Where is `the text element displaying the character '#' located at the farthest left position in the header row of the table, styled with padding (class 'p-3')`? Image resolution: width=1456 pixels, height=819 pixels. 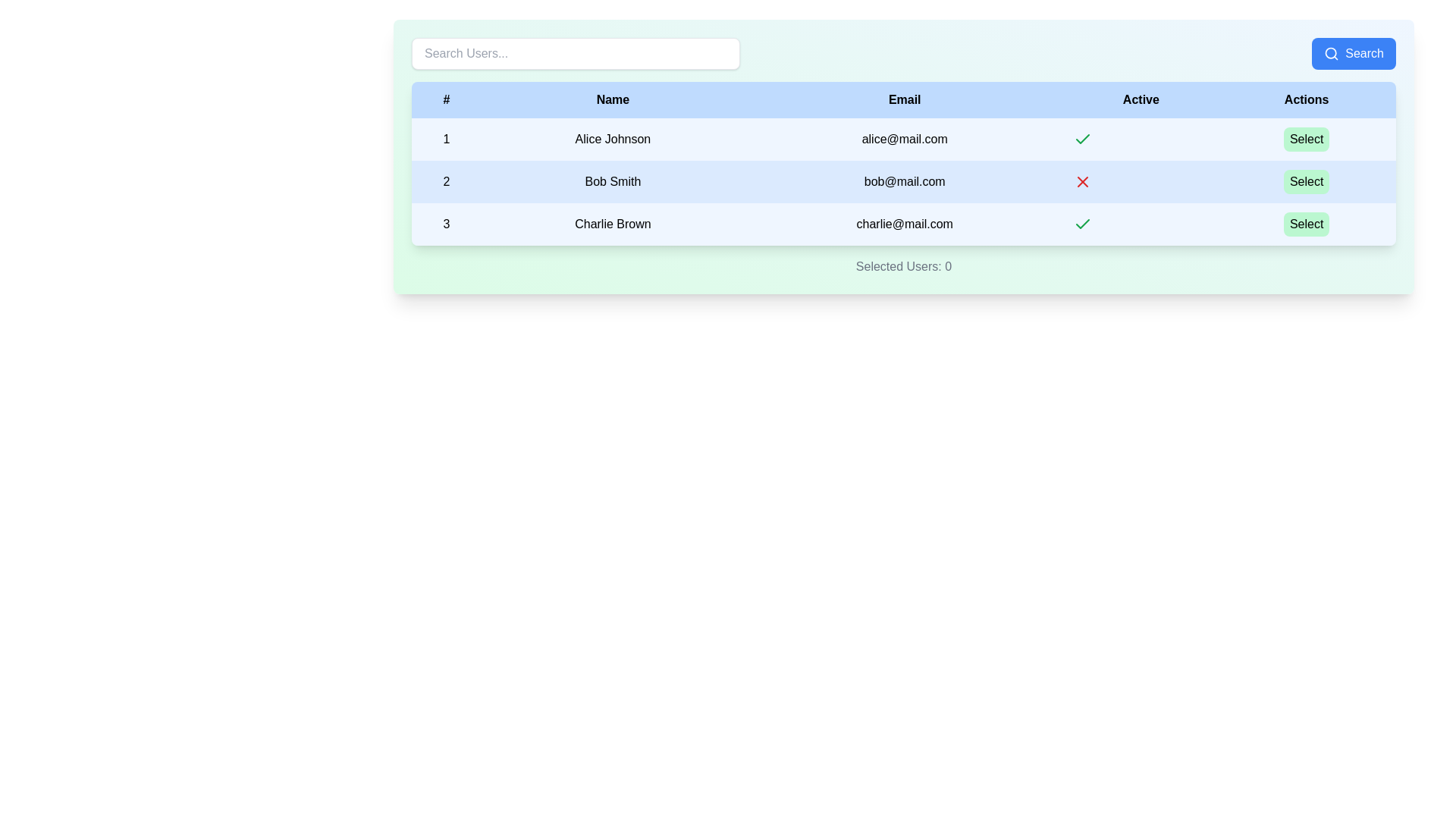 the text element displaying the character '#' located at the farthest left position in the header row of the table, styled with padding (class 'p-3') is located at coordinates (445, 99).